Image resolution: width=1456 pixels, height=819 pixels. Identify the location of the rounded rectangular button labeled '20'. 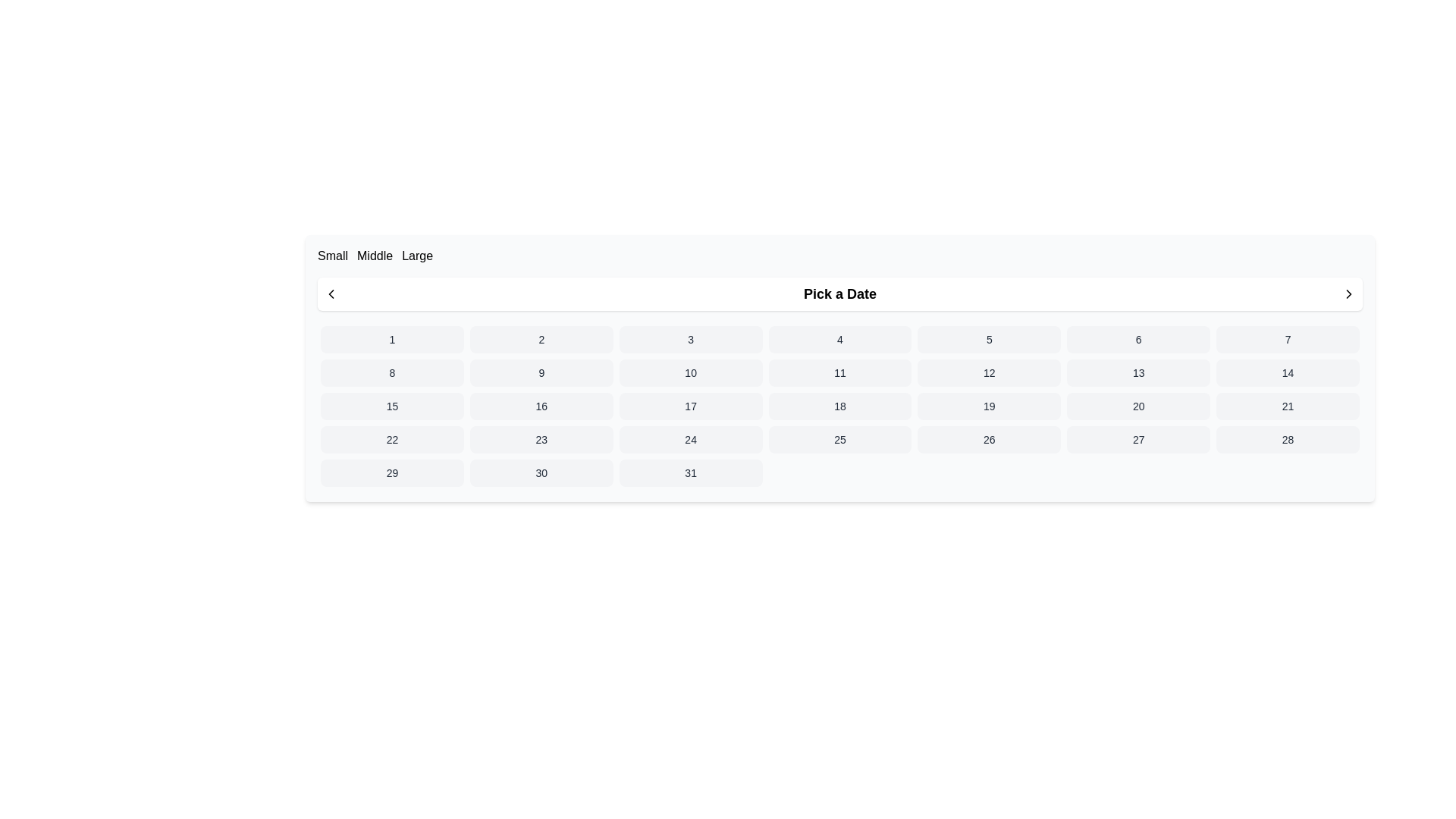
(1138, 406).